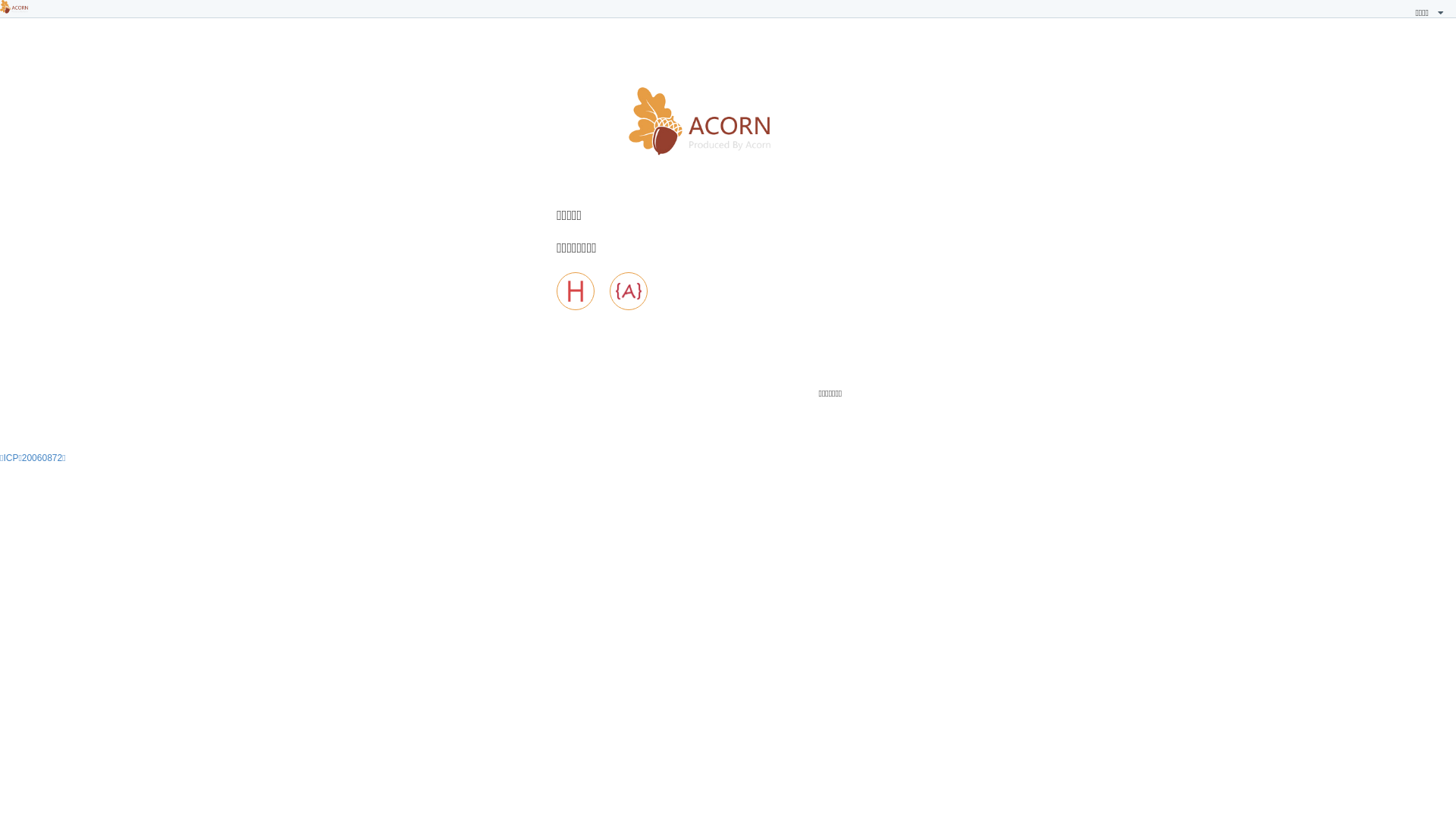 The height and width of the screenshot is (819, 1456). I want to click on 'hello', so click(574, 291).